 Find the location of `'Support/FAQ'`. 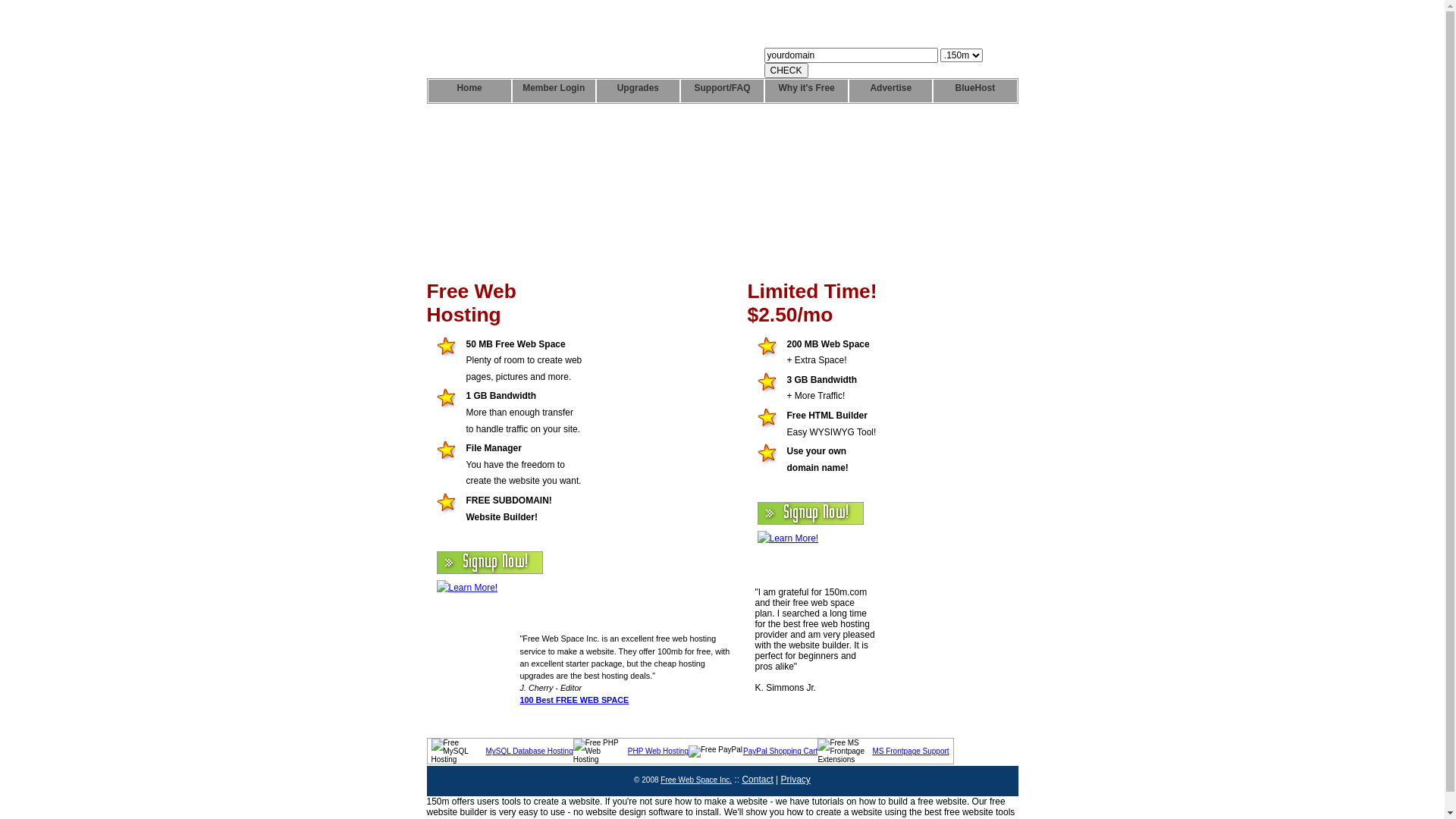

'Support/FAQ' is located at coordinates (679, 90).